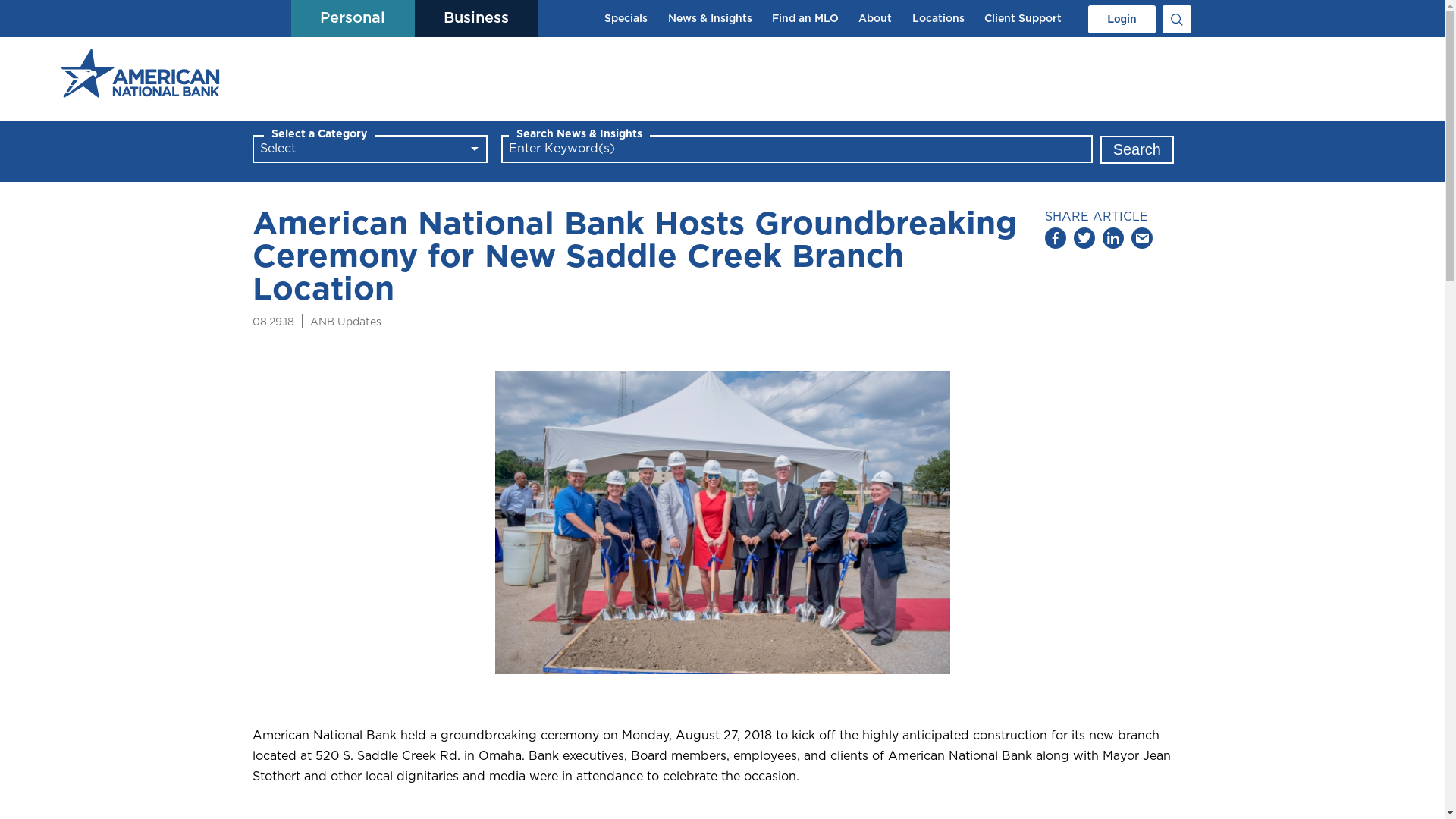  What do you see at coordinates (1085, 241) in the screenshot?
I see `'Tweet this'` at bounding box center [1085, 241].